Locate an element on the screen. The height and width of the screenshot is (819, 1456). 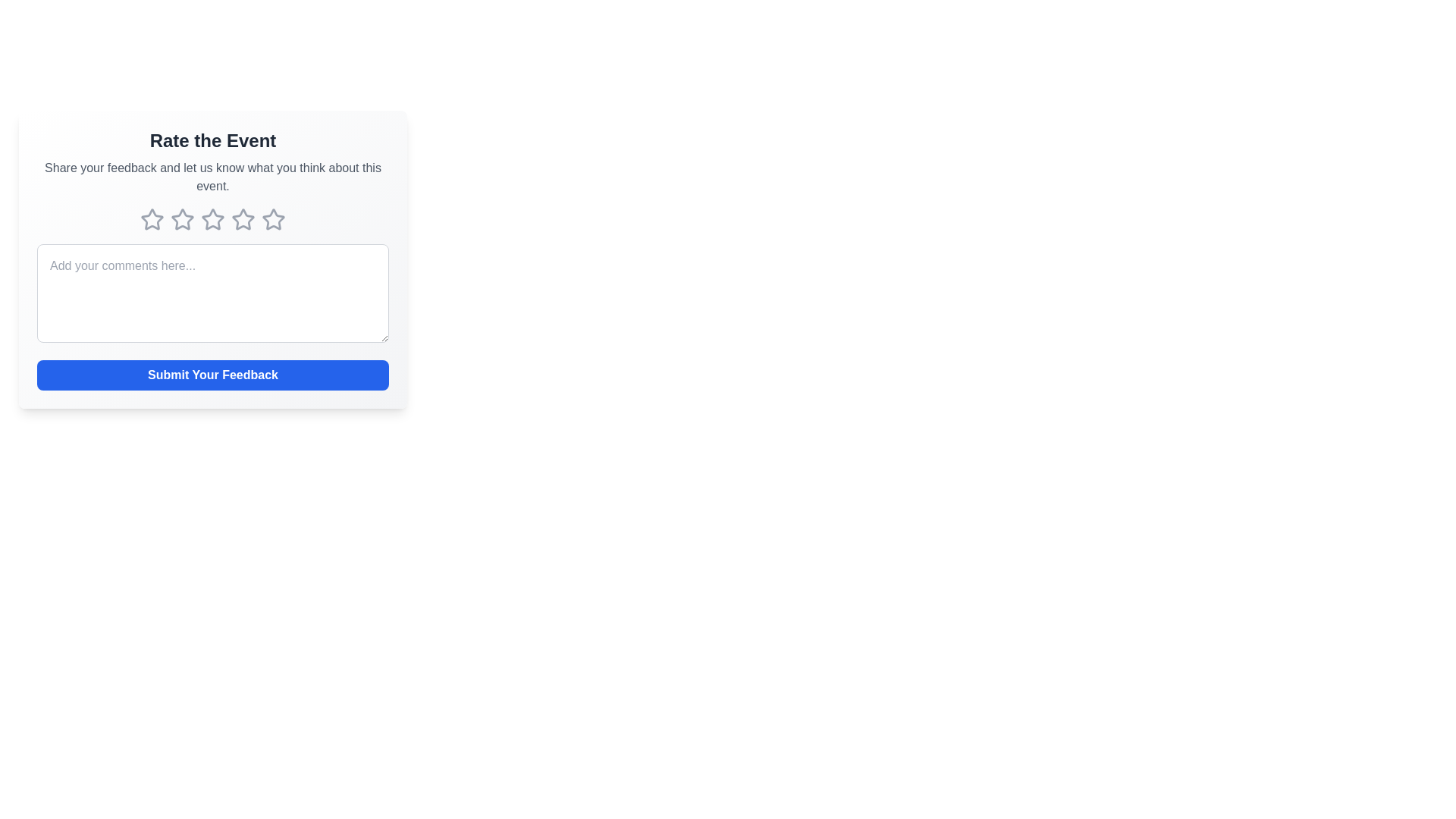
the first star-shaped rating icon with a gray outline is located at coordinates (152, 219).